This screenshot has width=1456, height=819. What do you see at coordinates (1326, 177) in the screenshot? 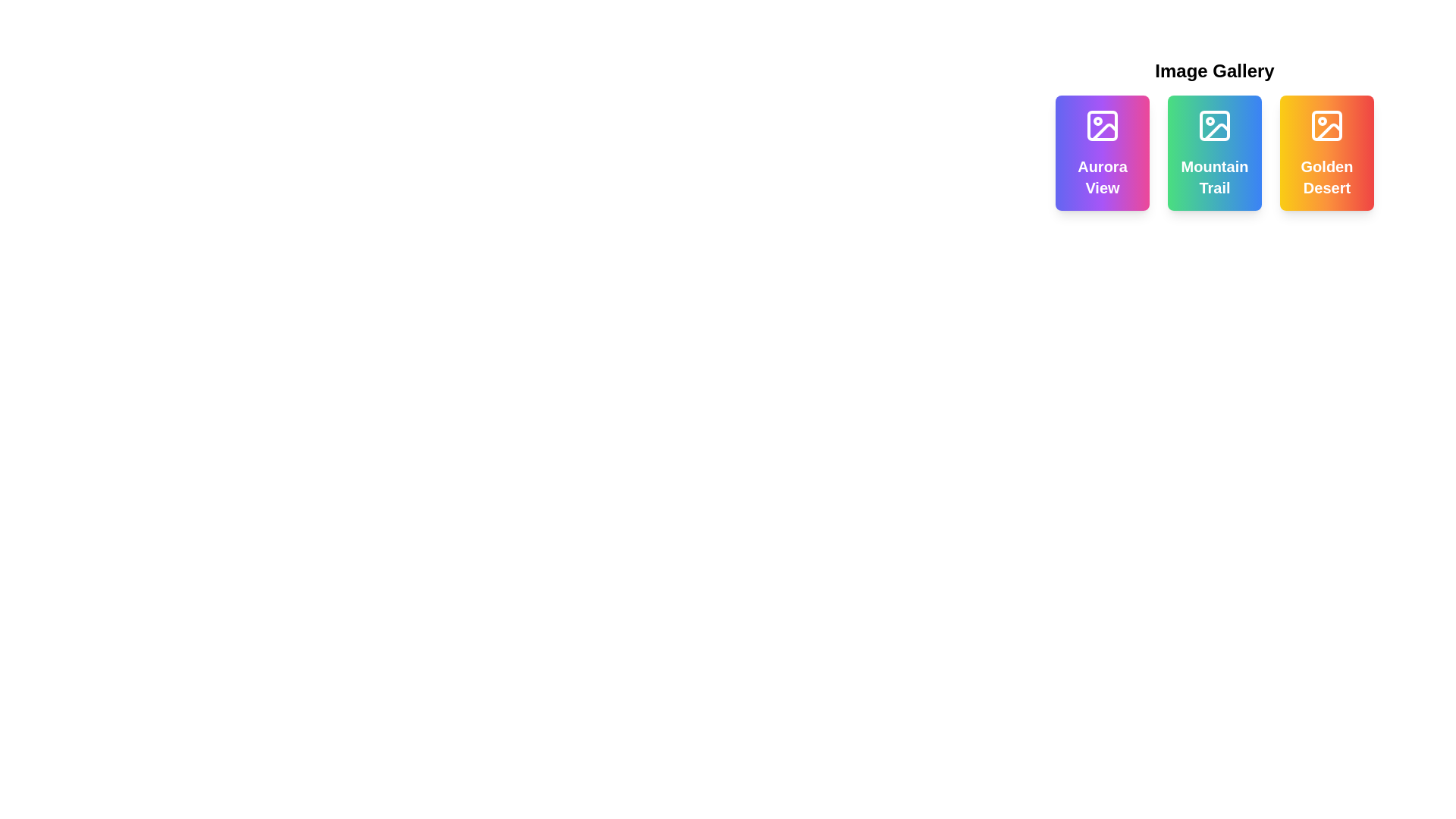
I see `the 'Golden Desert' text label, which is bold and centered below the icon in the third card of three cards labeled 'Aurora View', 'Mountain Trail', and 'Golden Desert'` at bounding box center [1326, 177].